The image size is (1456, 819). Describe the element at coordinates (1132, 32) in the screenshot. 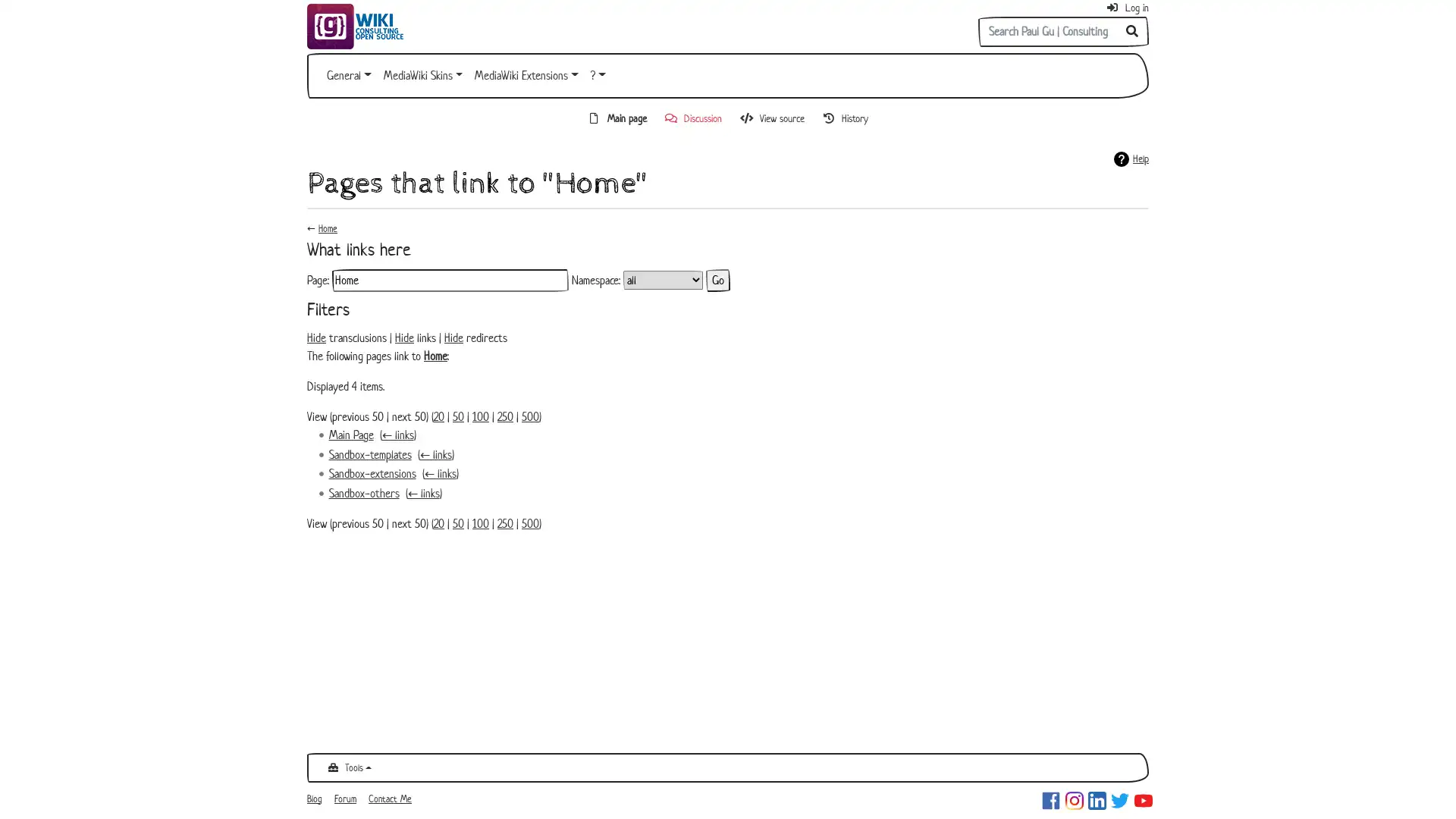

I see `Go to page` at that location.